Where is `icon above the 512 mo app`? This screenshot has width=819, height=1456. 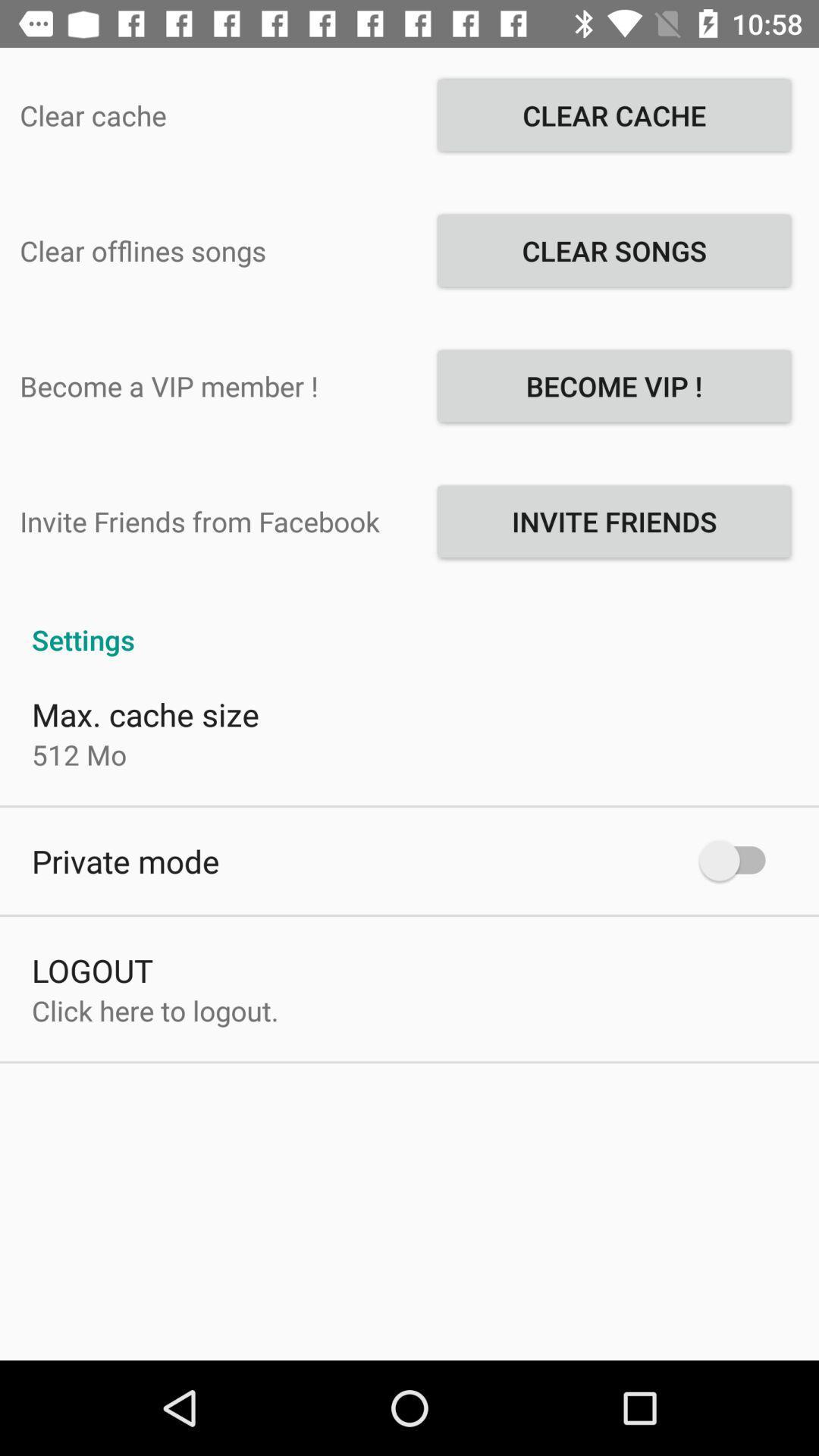 icon above the 512 mo app is located at coordinates (146, 713).